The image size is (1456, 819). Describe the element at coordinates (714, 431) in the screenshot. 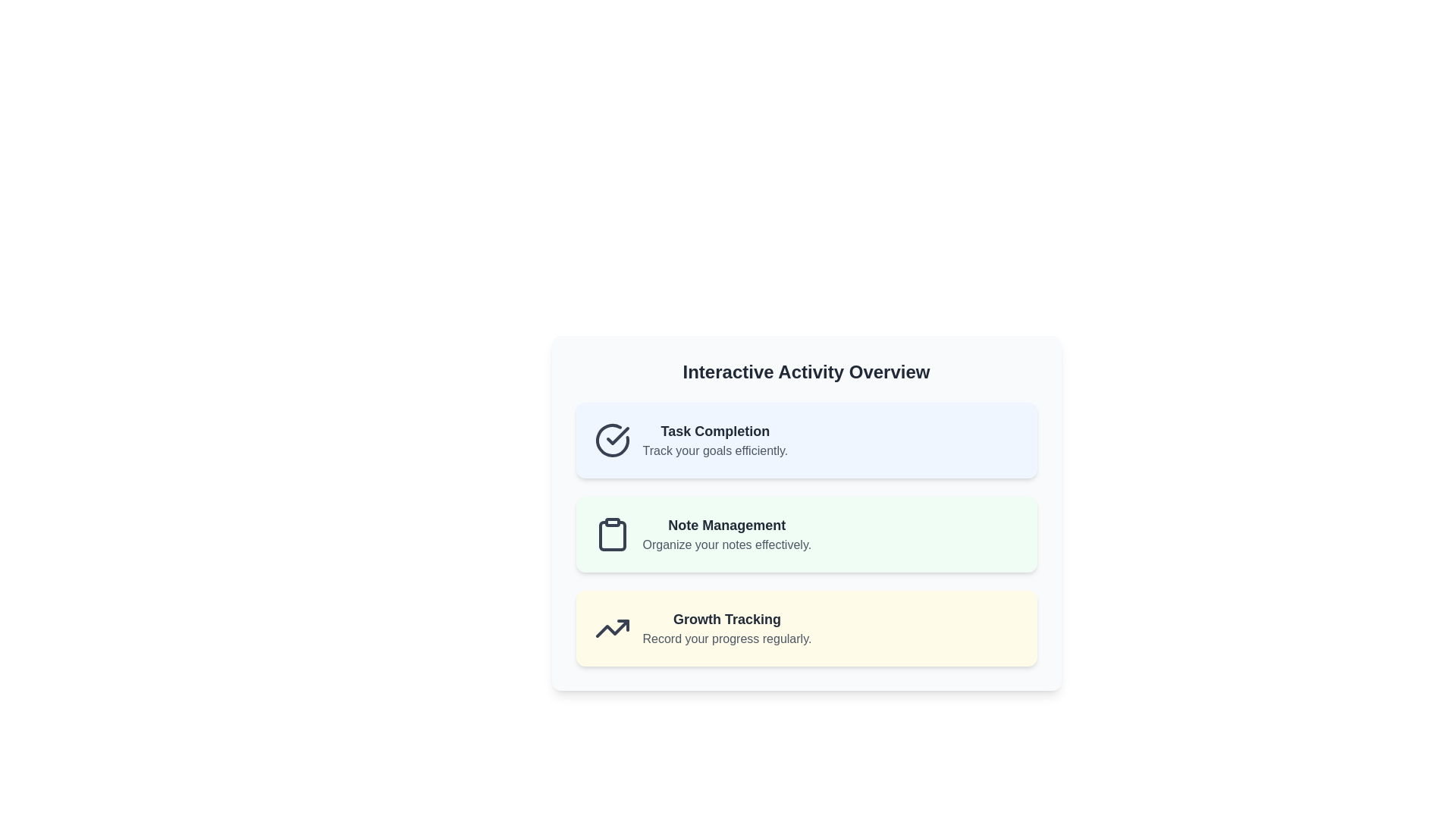

I see `text of the header labeled 'Task Completion' which is the first section in the card layout for task tracking` at that location.